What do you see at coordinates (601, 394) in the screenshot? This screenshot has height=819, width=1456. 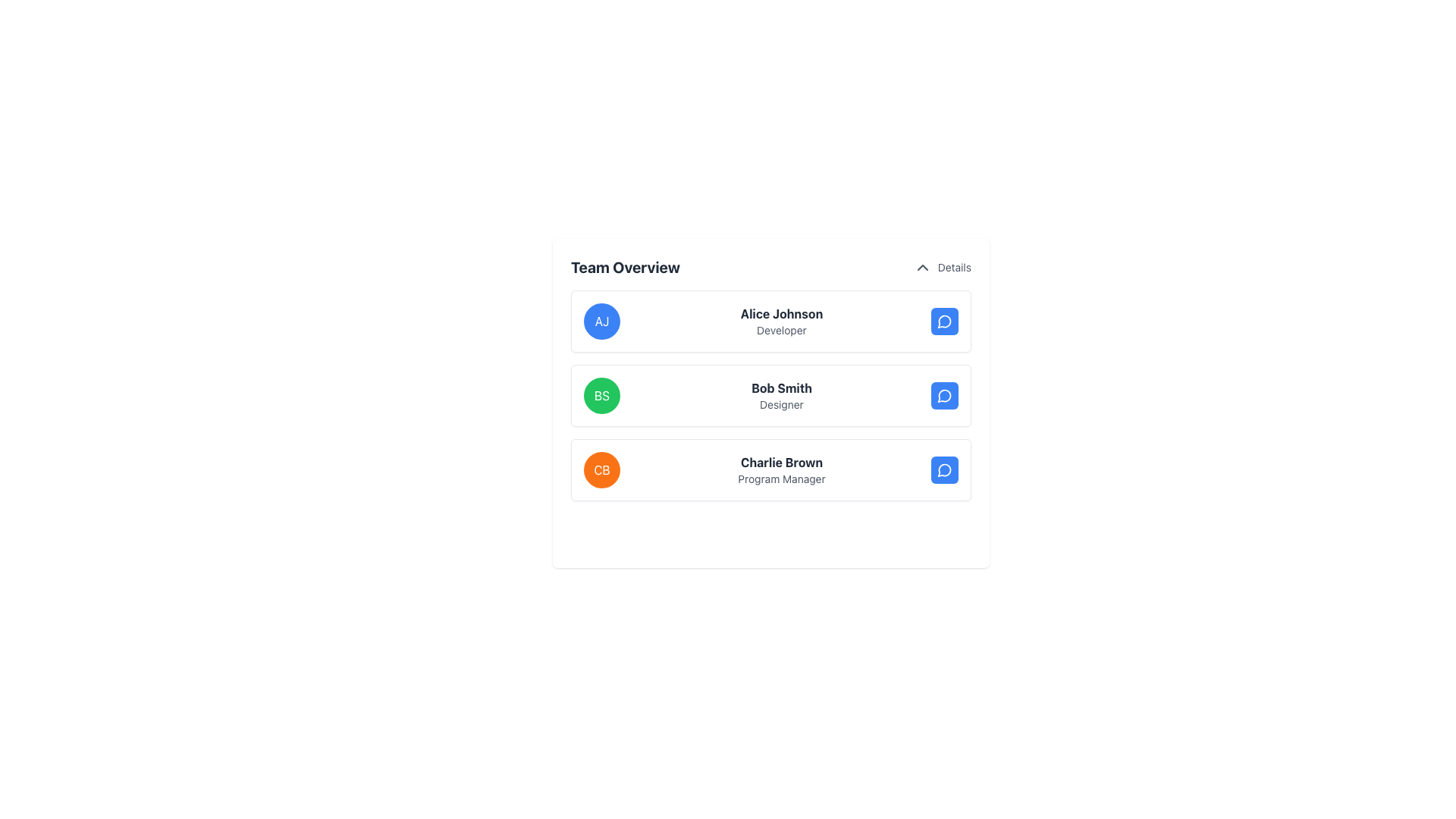 I see `the Avatar visual identifier for 'Bob Smith Designer', located on the left side next to the textual information` at bounding box center [601, 394].